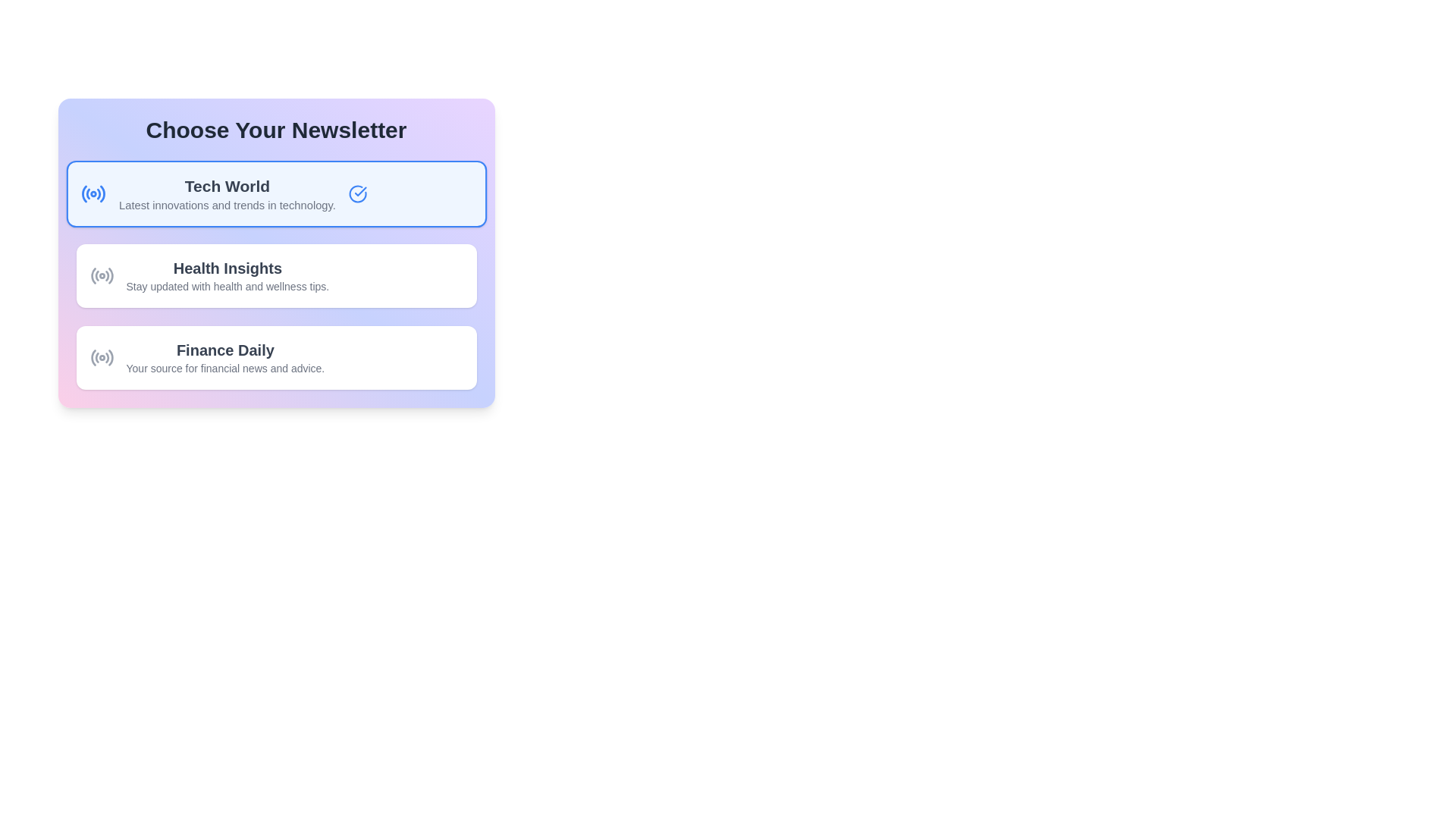 The height and width of the screenshot is (819, 1456). What do you see at coordinates (101, 275) in the screenshot?
I see `the circular icon resembling a radio or signal symbol located in the 'Health Insights' section of the newsletter card` at bounding box center [101, 275].